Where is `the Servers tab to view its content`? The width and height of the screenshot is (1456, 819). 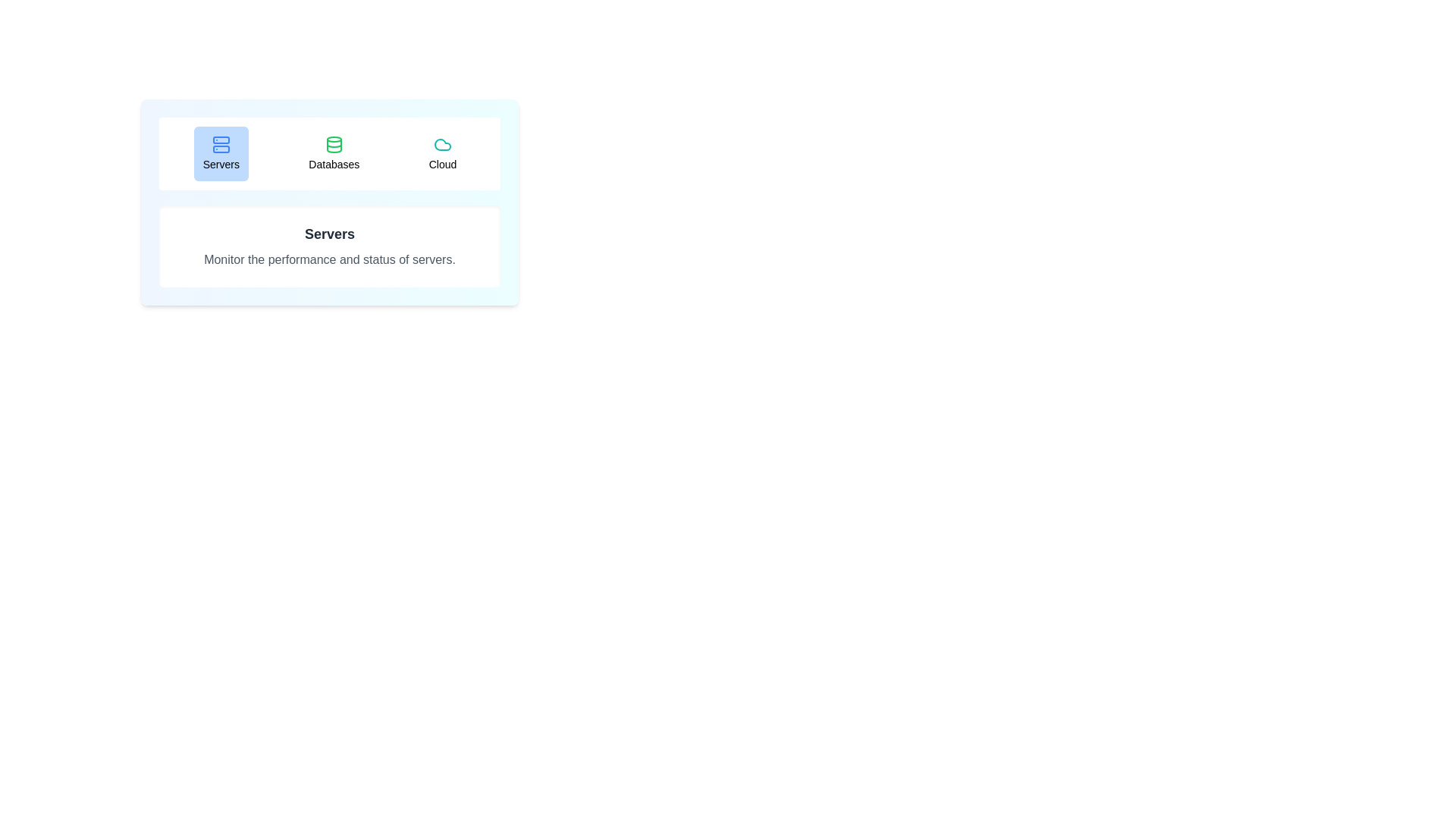 the Servers tab to view its content is located at coordinates (220, 154).